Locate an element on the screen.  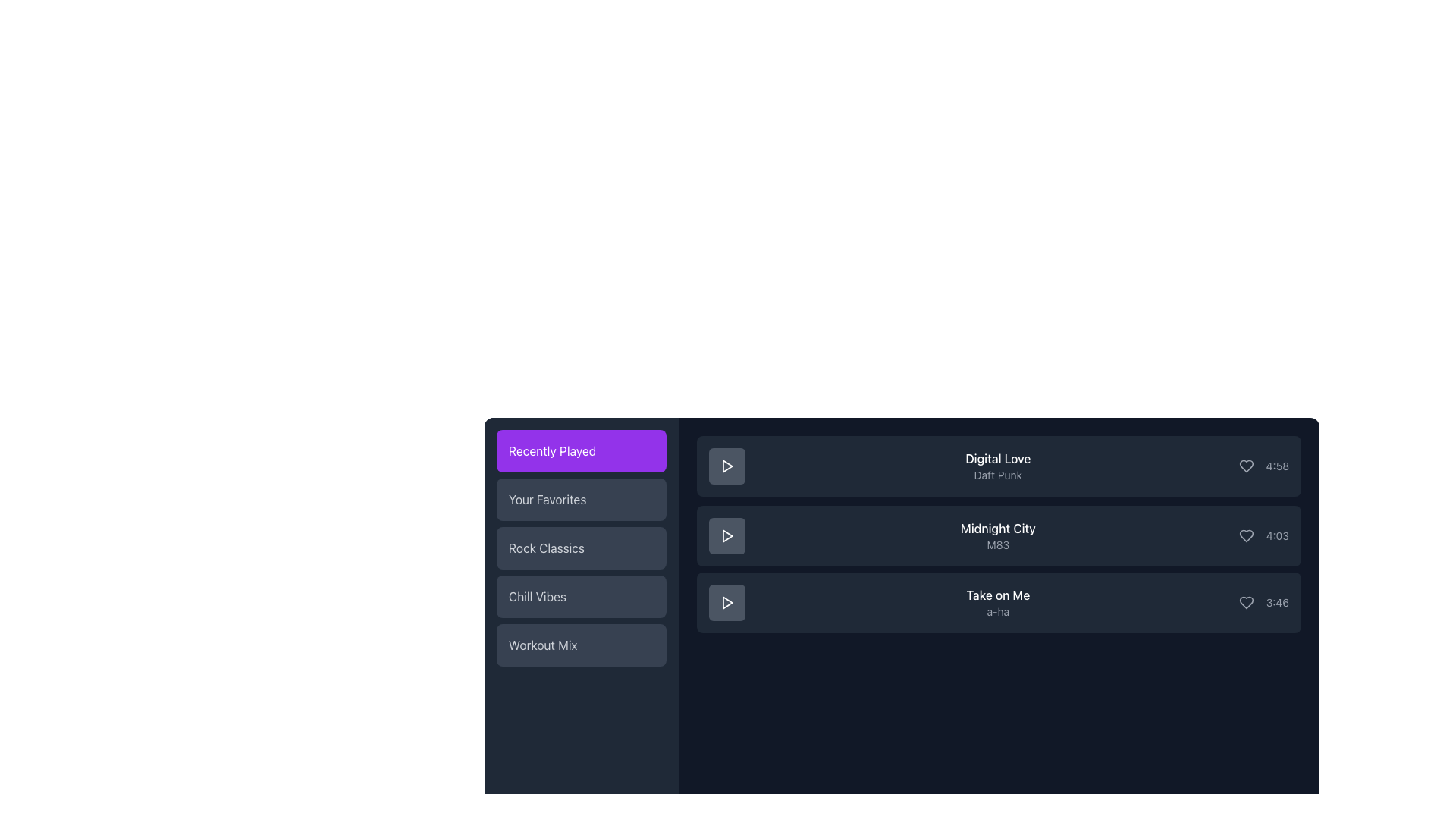
the playback button located to the left of the text 'Digital Love' in the first row of the song list is located at coordinates (726, 465).